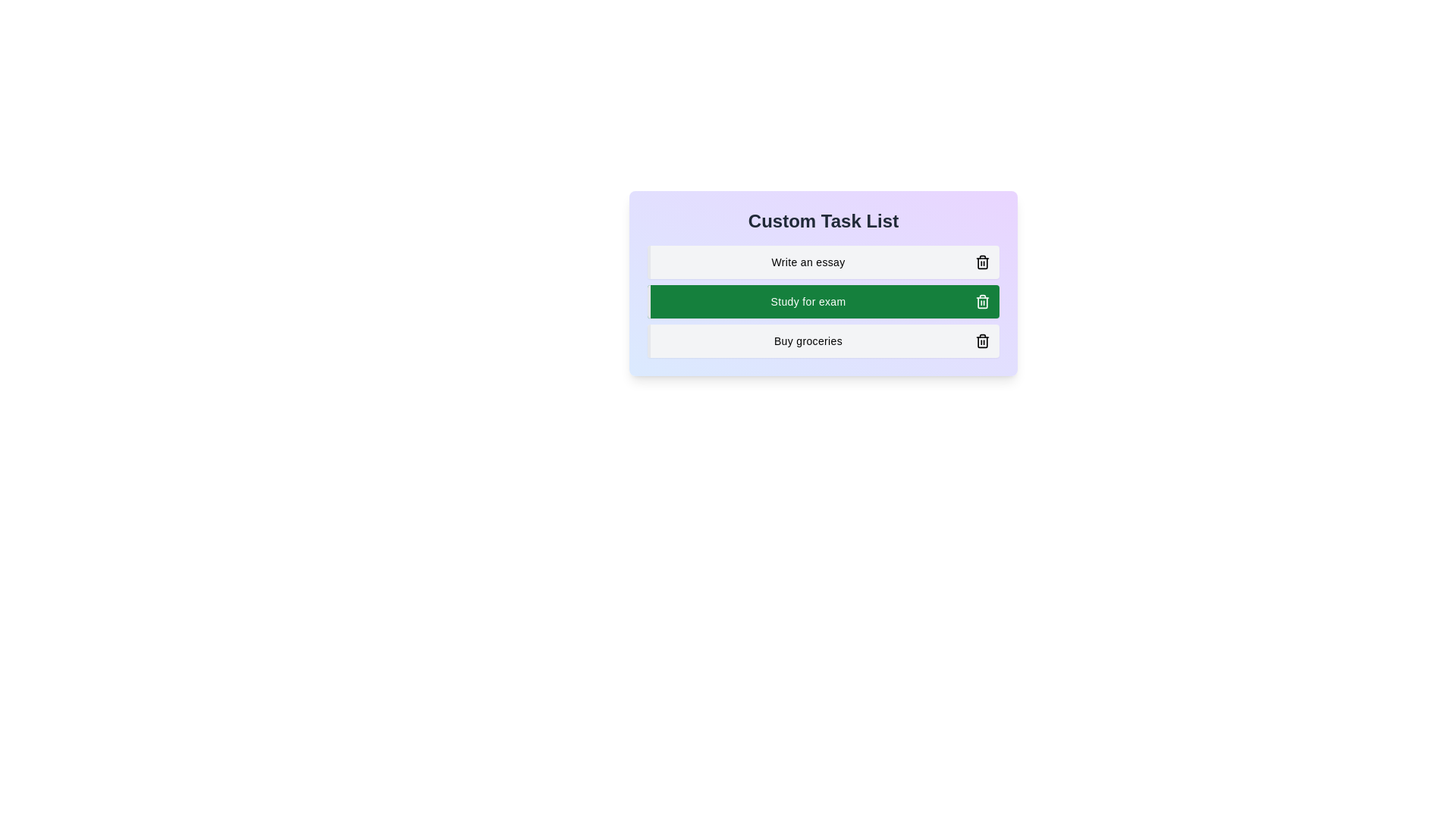 This screenshot has width=1456, height=819. I want to click on trash icon corresponding to the task 'Buy groceries' to delete it, so click(983, 341).